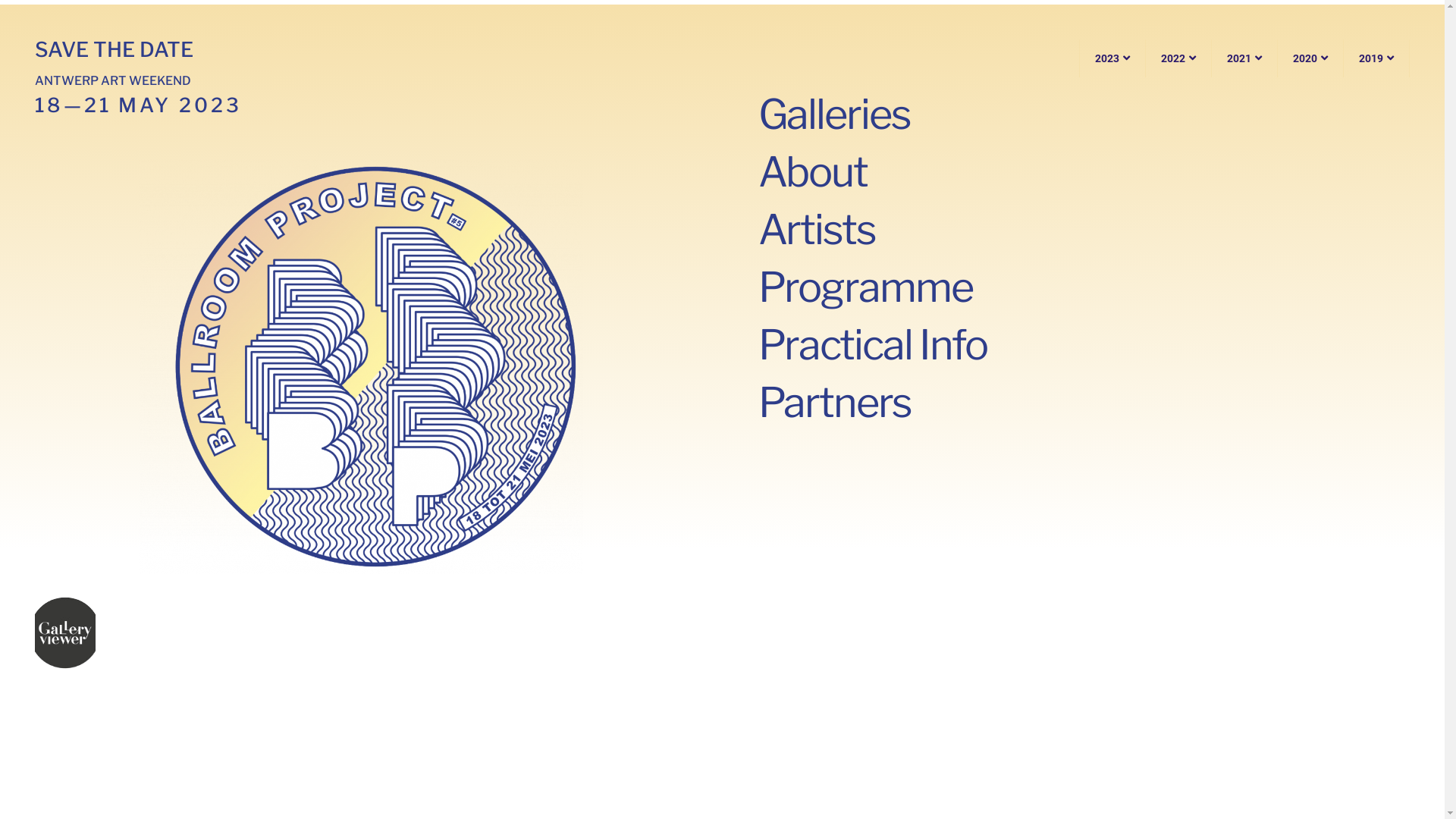 The height and width of the screenshot is (819, 1456). I want to click on '2021', so click(1244, 58).